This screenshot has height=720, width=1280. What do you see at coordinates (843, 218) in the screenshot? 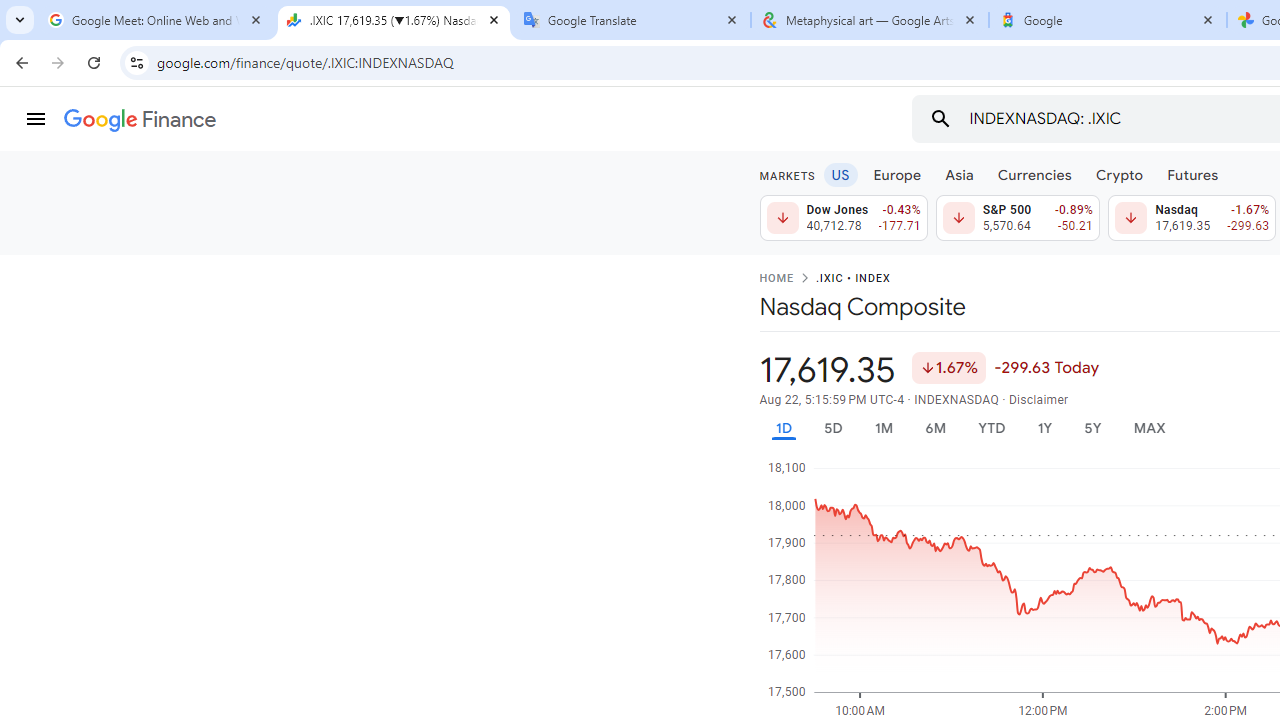
I see `'Dow Jones 40,712.78 Down by 0.43% -177.71'` at bounding box center [843, 218].